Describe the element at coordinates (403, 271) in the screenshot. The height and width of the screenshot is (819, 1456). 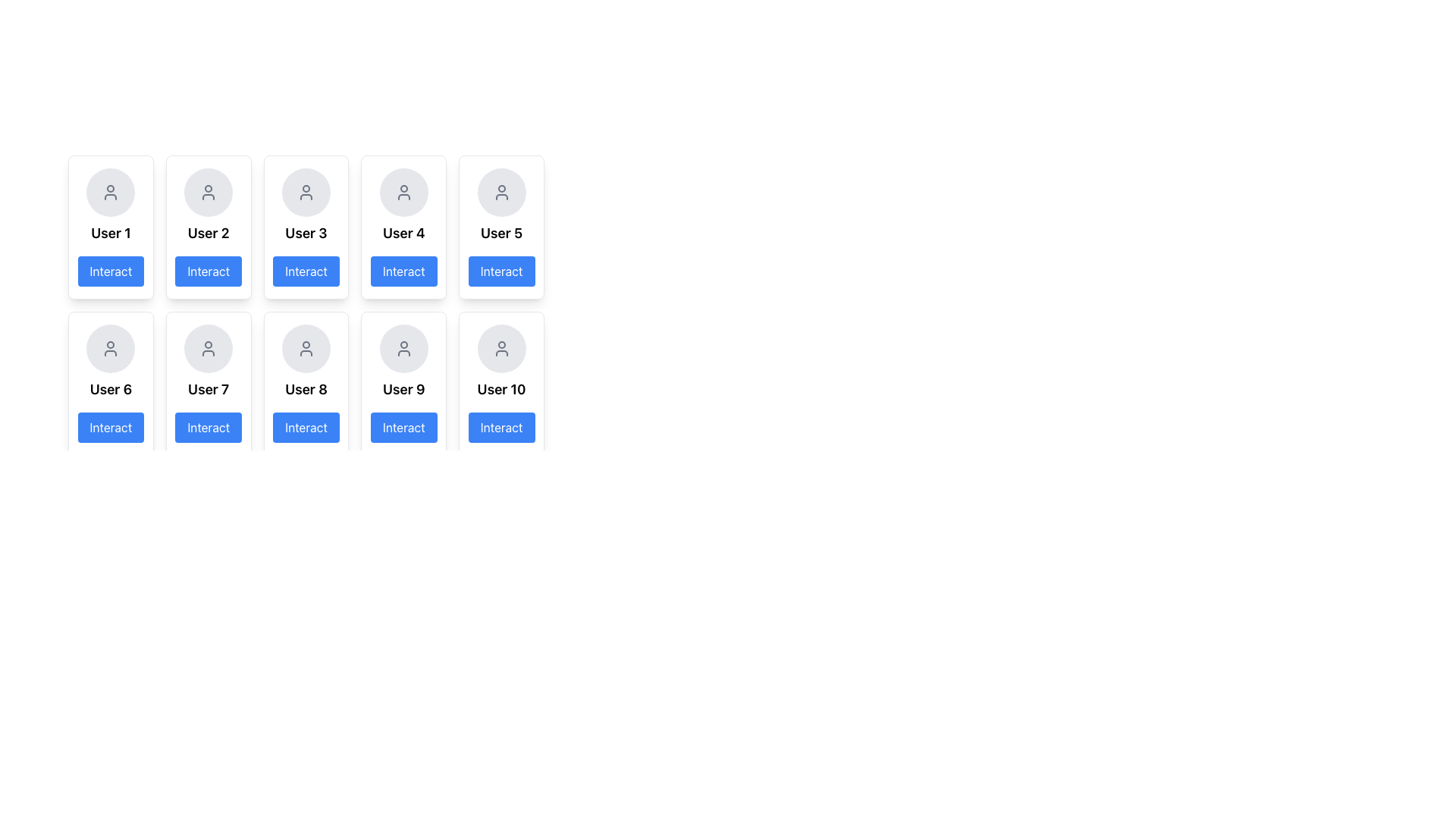
I see `the 'Interact' button for 'User 4'` at that location.